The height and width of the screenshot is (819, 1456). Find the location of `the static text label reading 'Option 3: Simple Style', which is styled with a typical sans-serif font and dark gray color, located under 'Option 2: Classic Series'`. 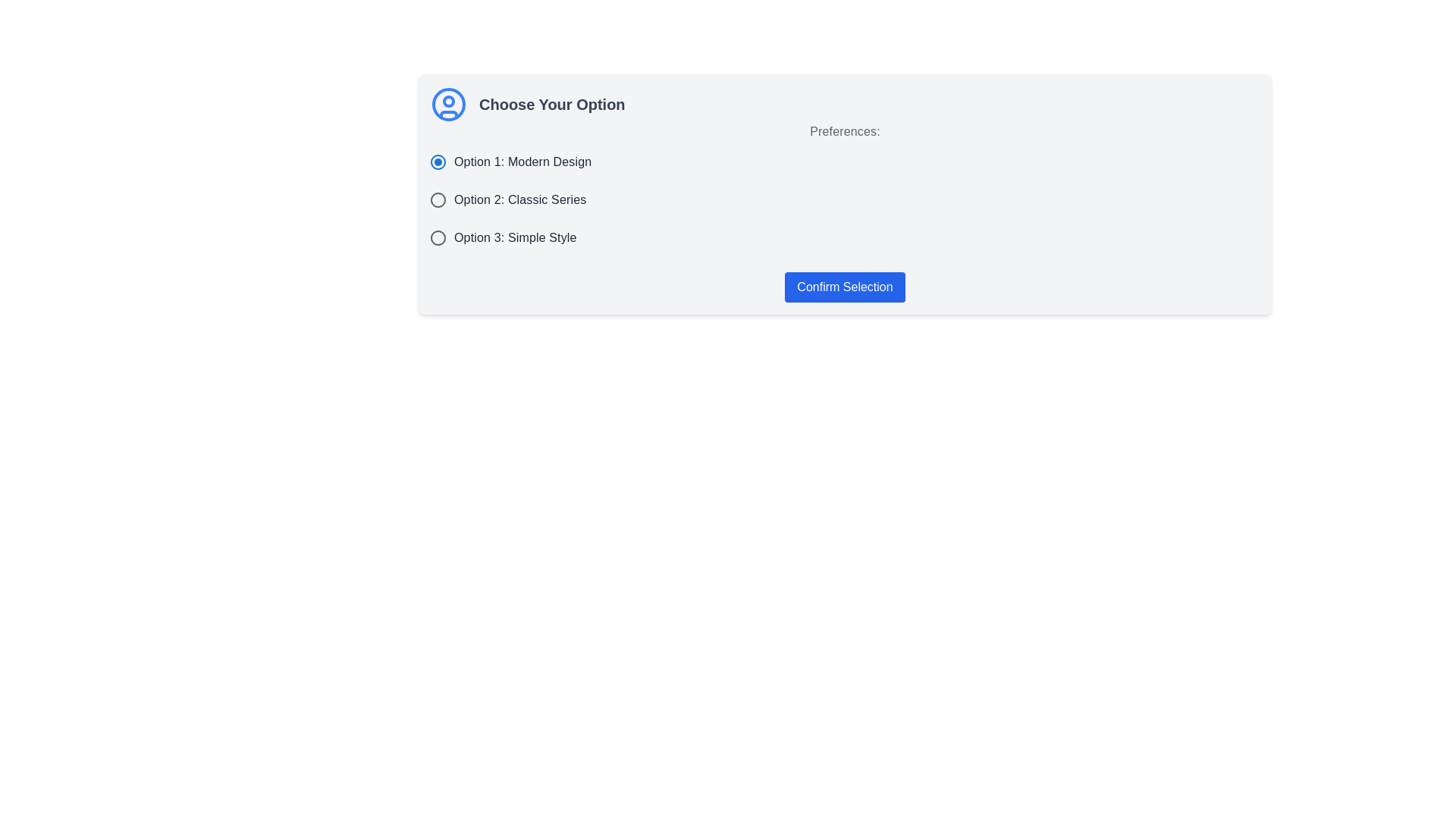

the static text label reading 'Option 3: Simple Style', which is styled with a typical sans-serif font and dark gray color, located under 'Option 2: Classic Series' is located at coordinates (515, 237).